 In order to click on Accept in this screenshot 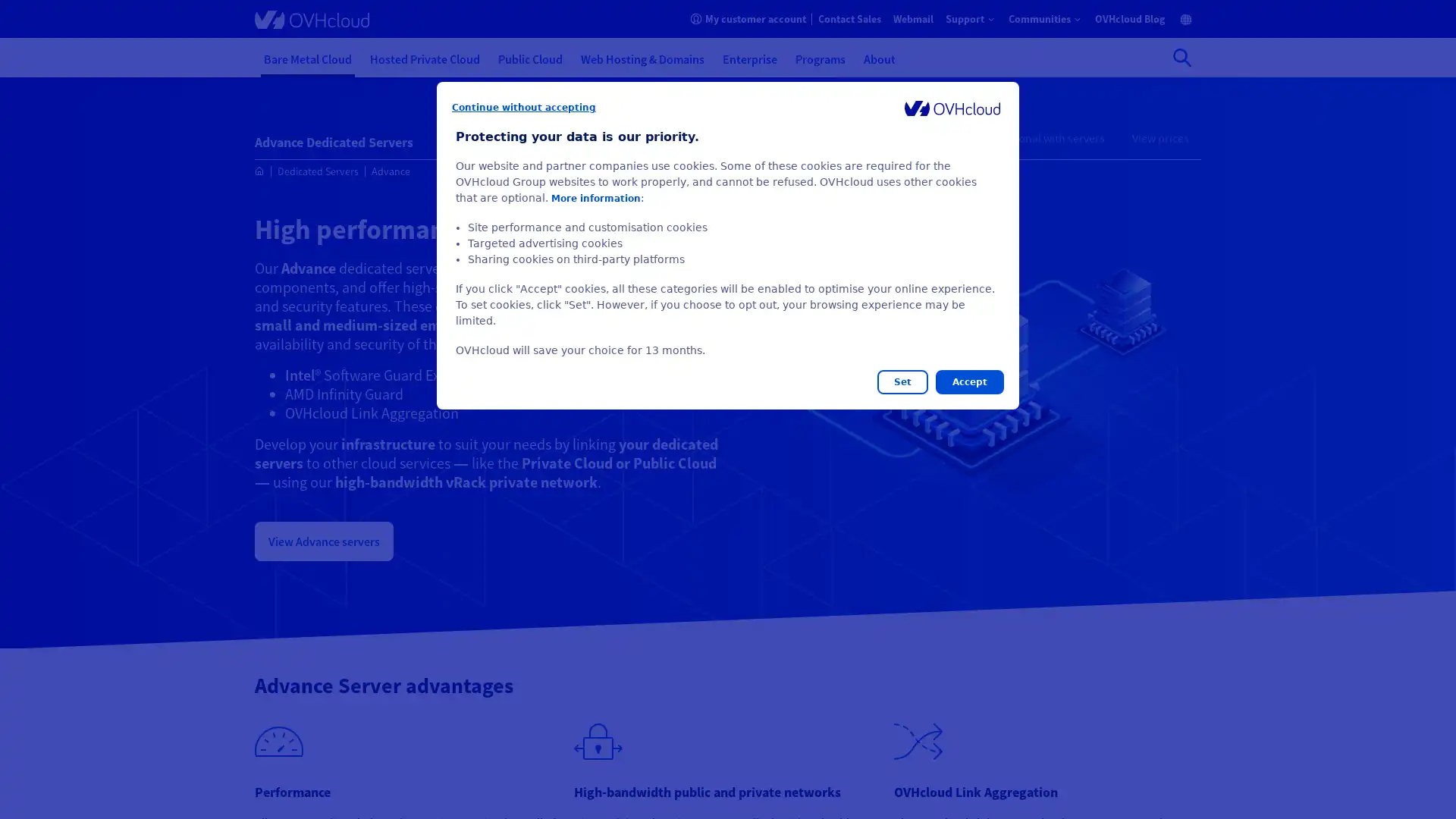, I will do `click(968, 381)`.